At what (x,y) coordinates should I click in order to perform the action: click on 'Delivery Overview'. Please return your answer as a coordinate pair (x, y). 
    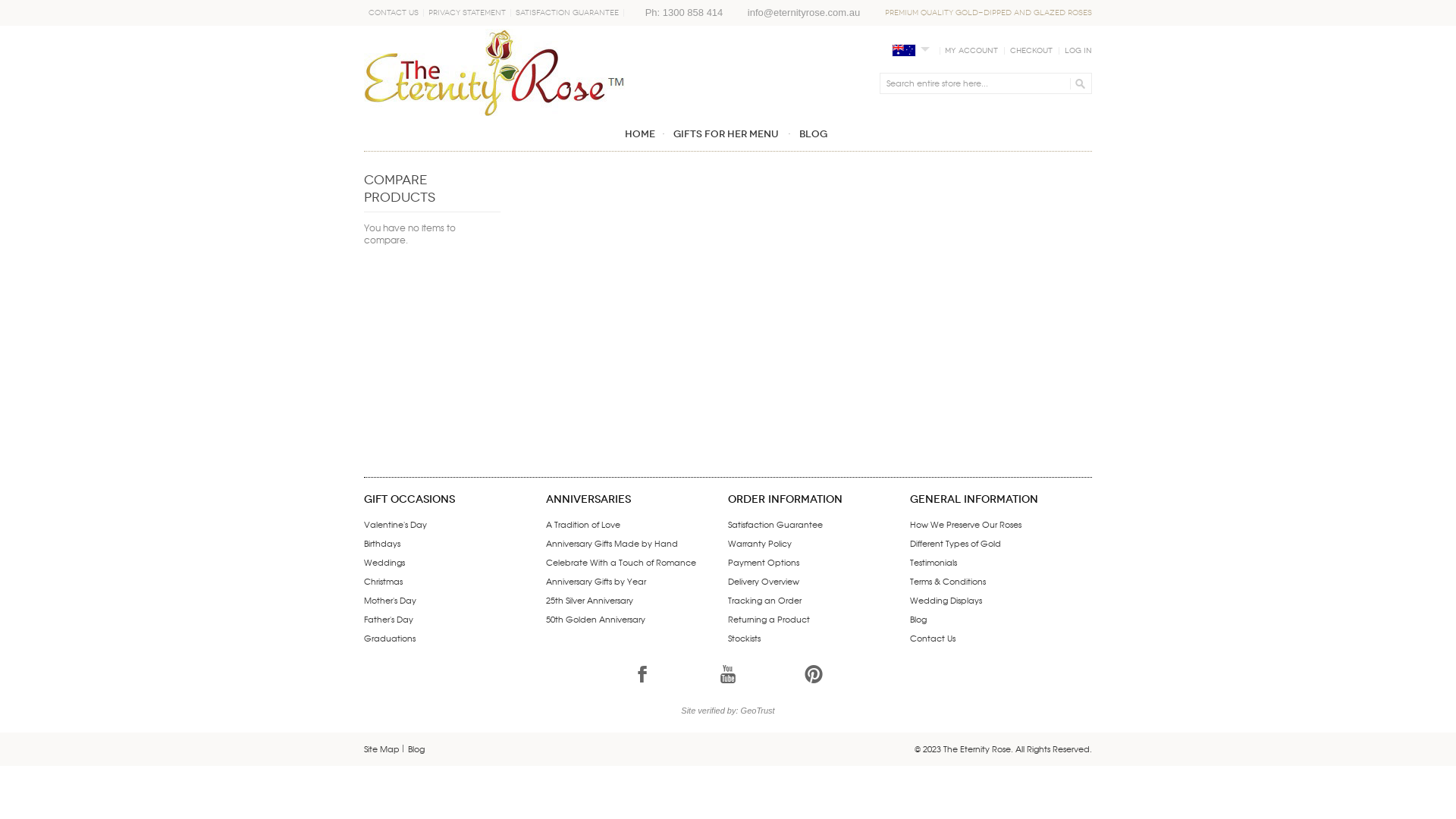
    Looking at the image, I should click on (764, 580).